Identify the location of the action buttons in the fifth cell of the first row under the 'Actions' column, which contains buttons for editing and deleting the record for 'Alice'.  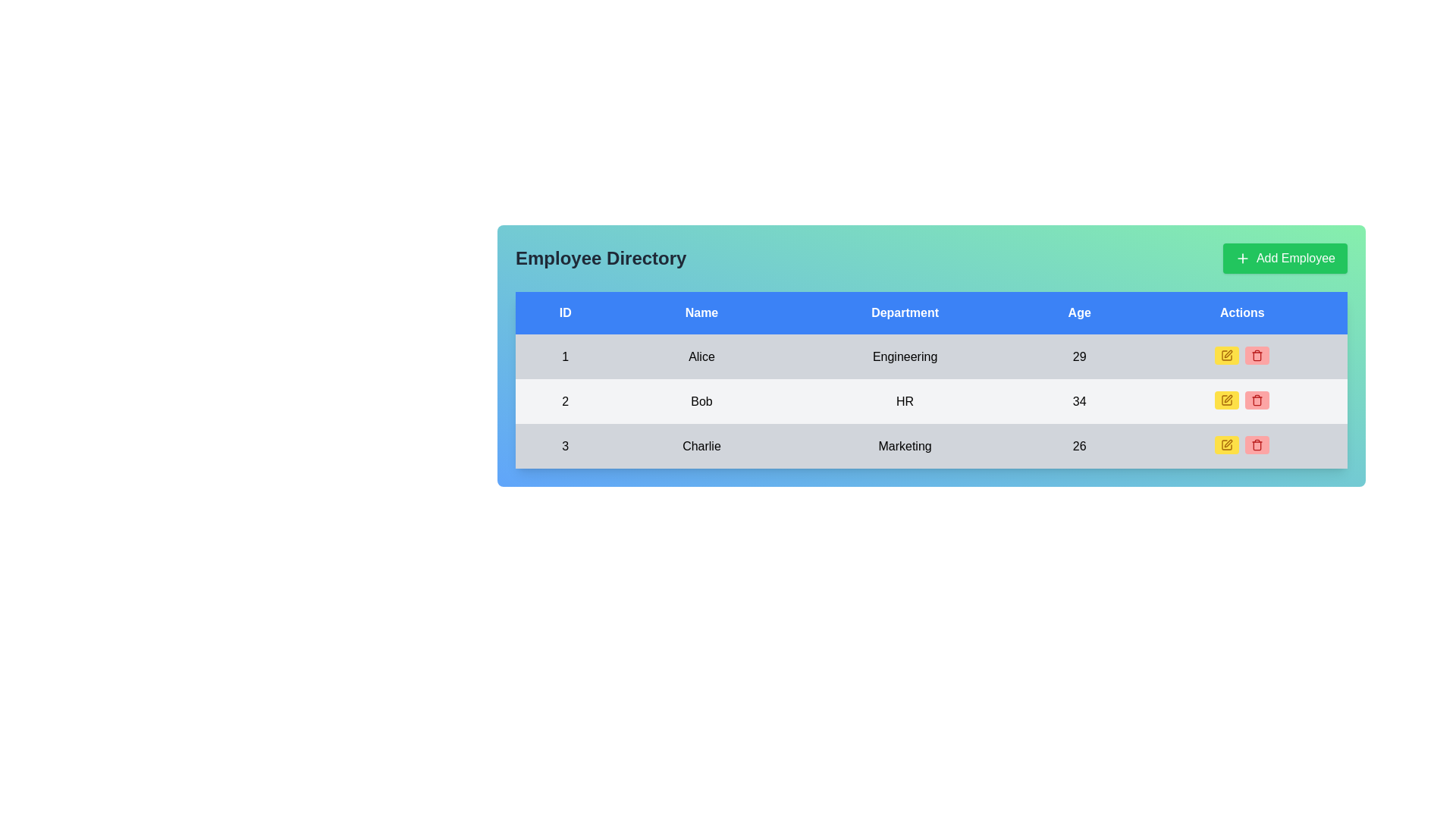
(1242, 356).